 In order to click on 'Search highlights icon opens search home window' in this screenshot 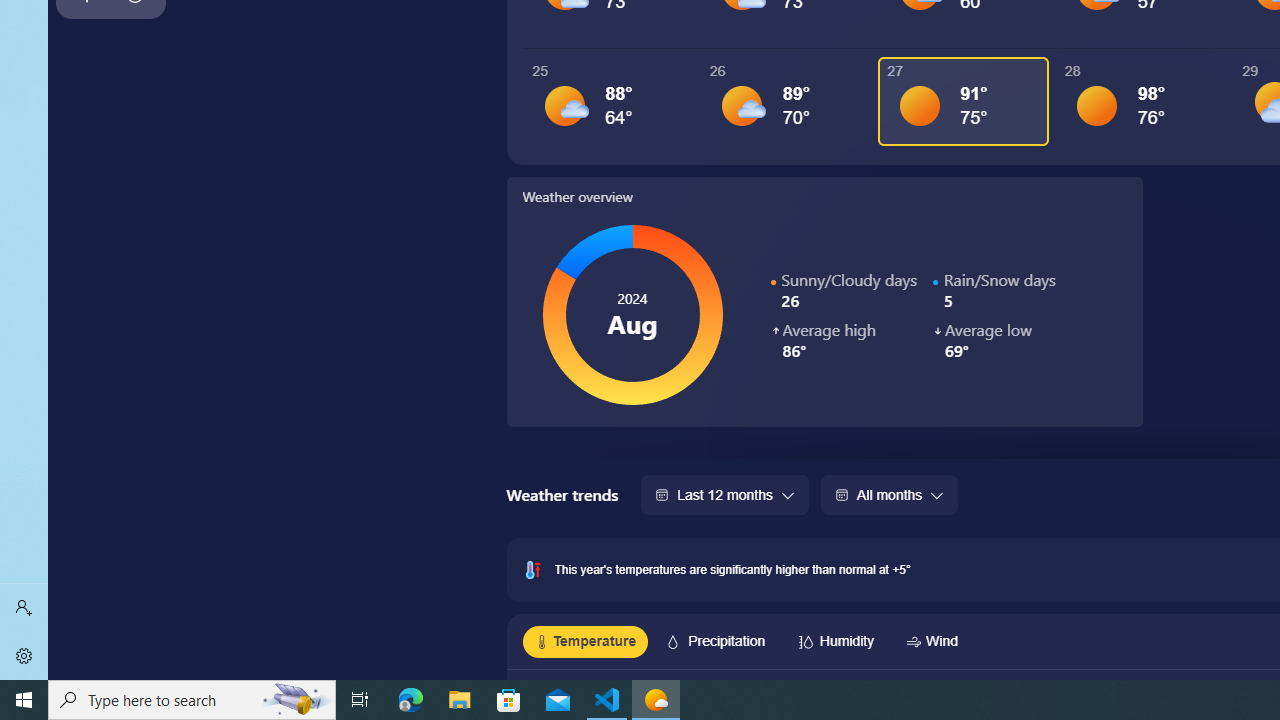, I will do `click(294, 698)`.